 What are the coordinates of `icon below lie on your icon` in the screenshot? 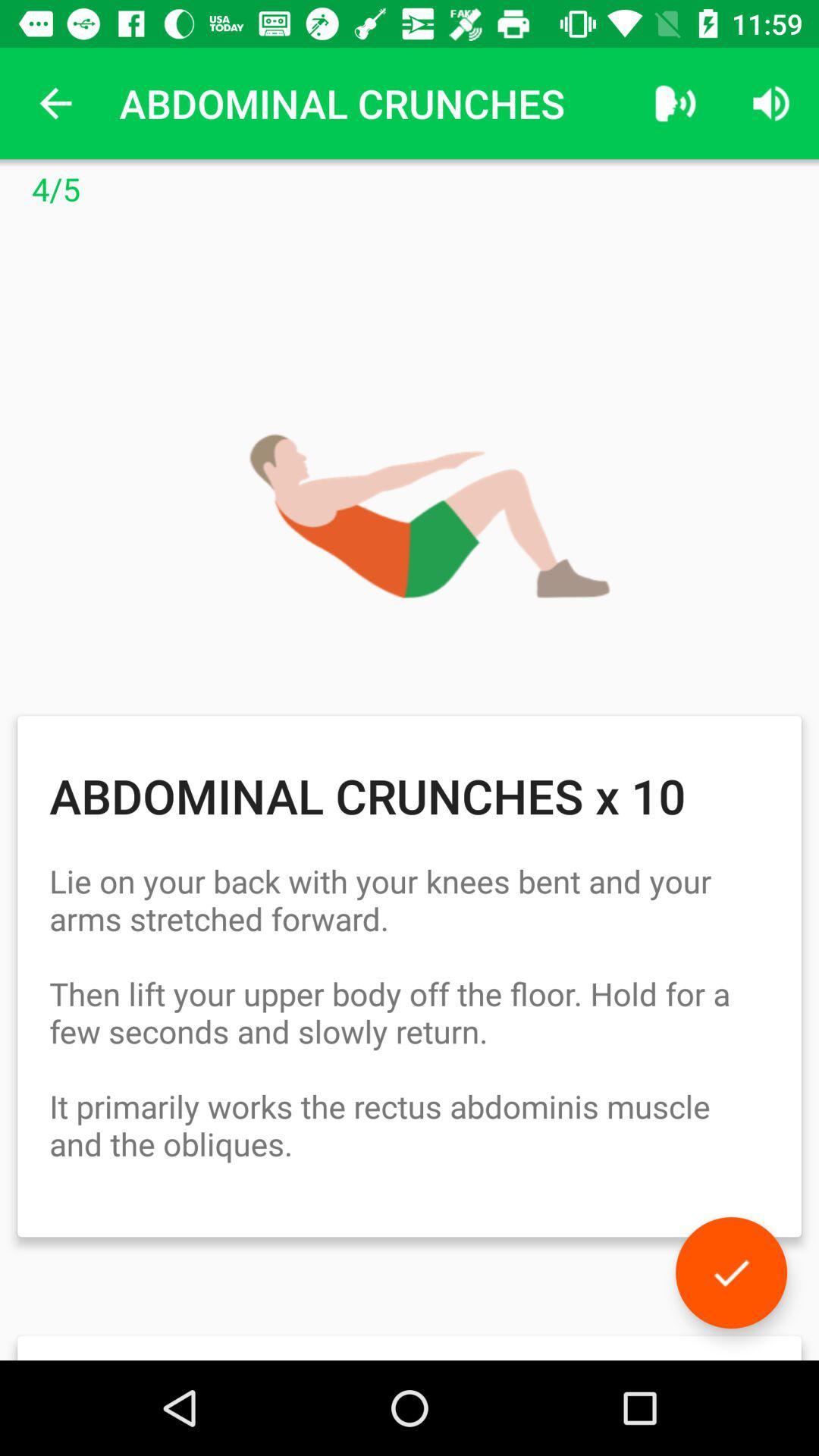 It's located at (730, 1272).